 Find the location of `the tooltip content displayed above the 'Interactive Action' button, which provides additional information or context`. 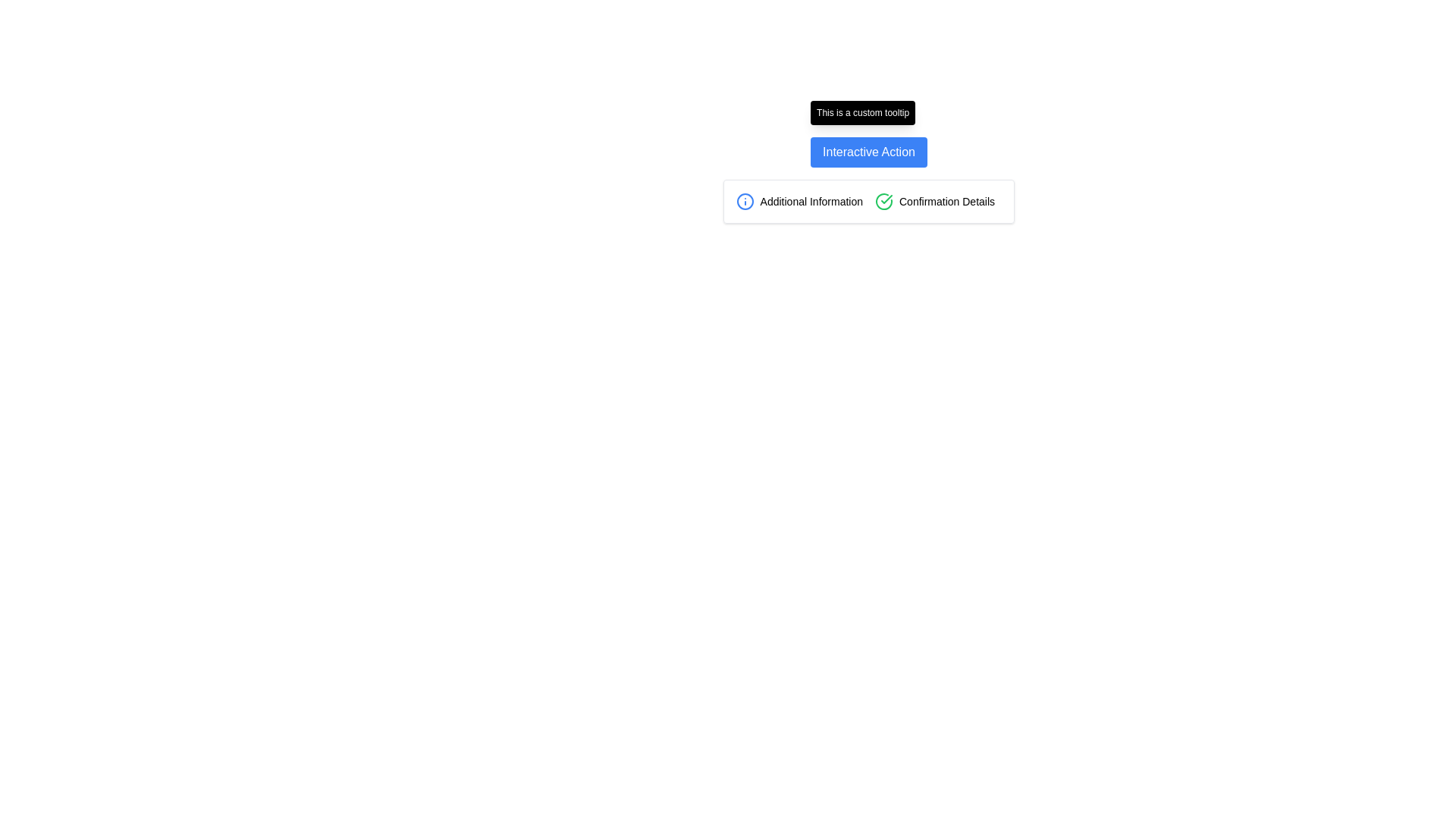

the tooltip content displayed above the 'Interactive Action' button, which provides additional information or context is located at coordinates (863, 112).